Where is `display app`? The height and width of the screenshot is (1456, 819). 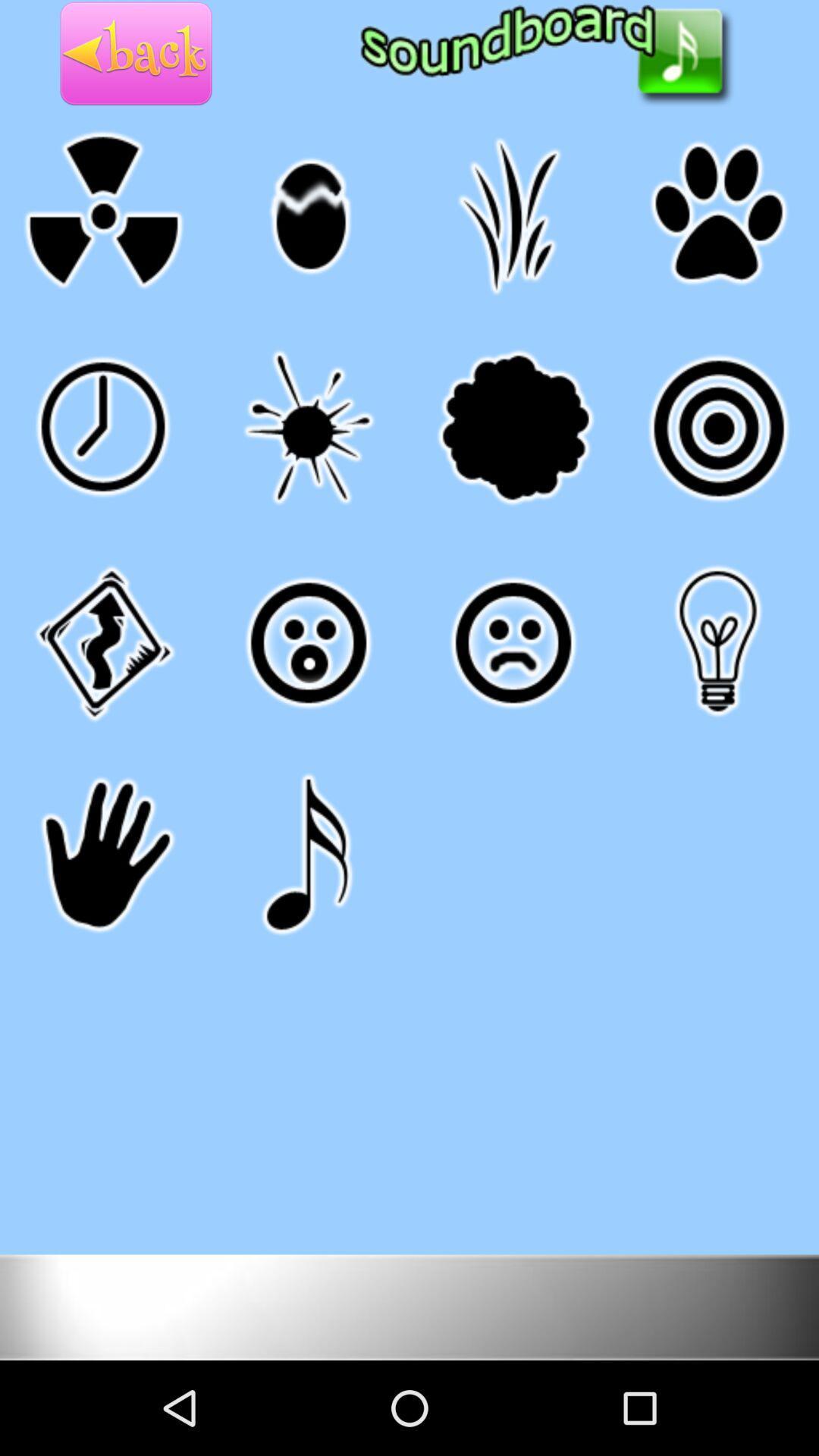 display app is located at coordinates (409, 1306).